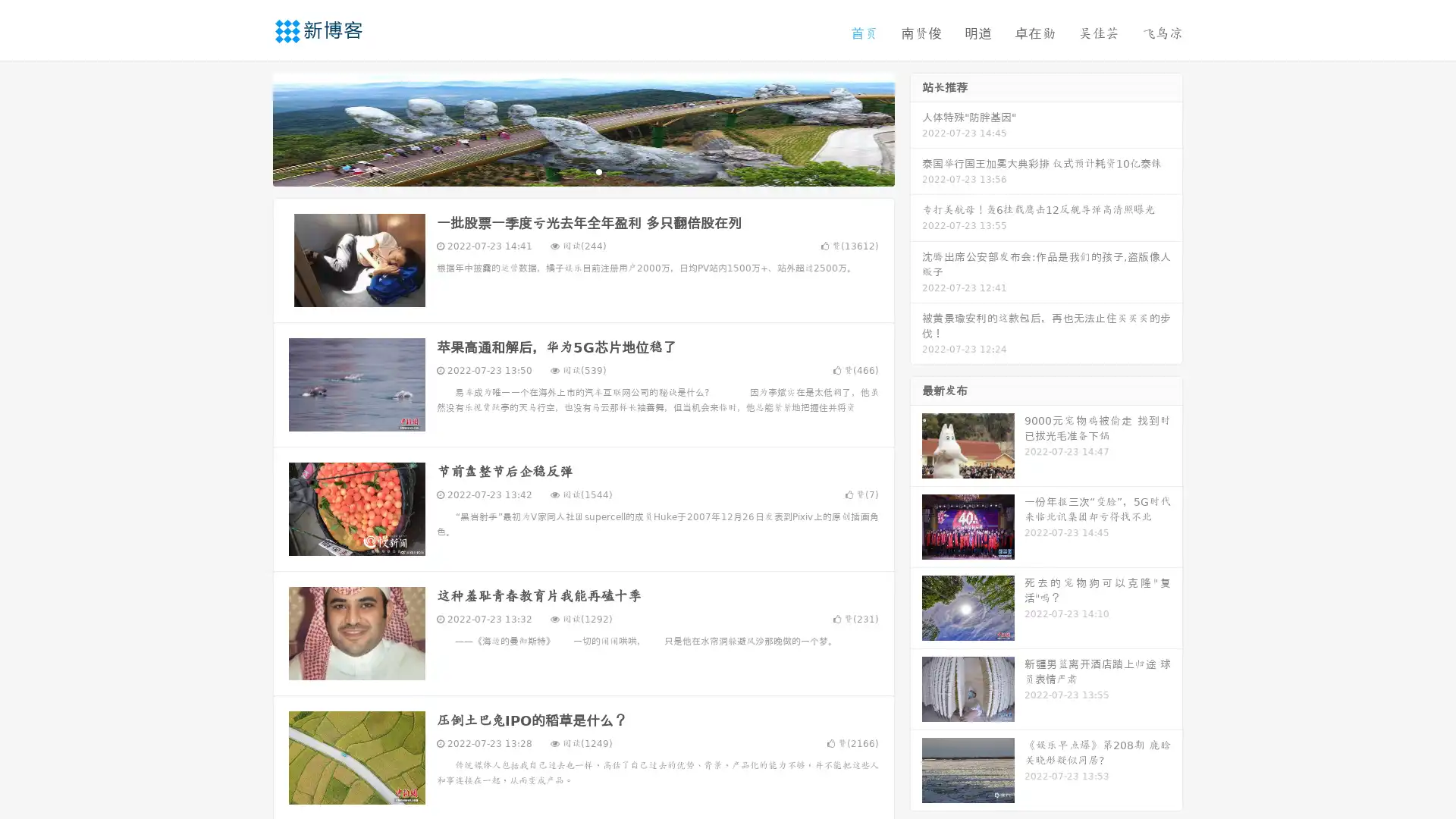 This screenshot has width=1456, height=819. Describe the element at coordinates (598, 171) in the screenshot. I see `Go to slide 3` at that location.